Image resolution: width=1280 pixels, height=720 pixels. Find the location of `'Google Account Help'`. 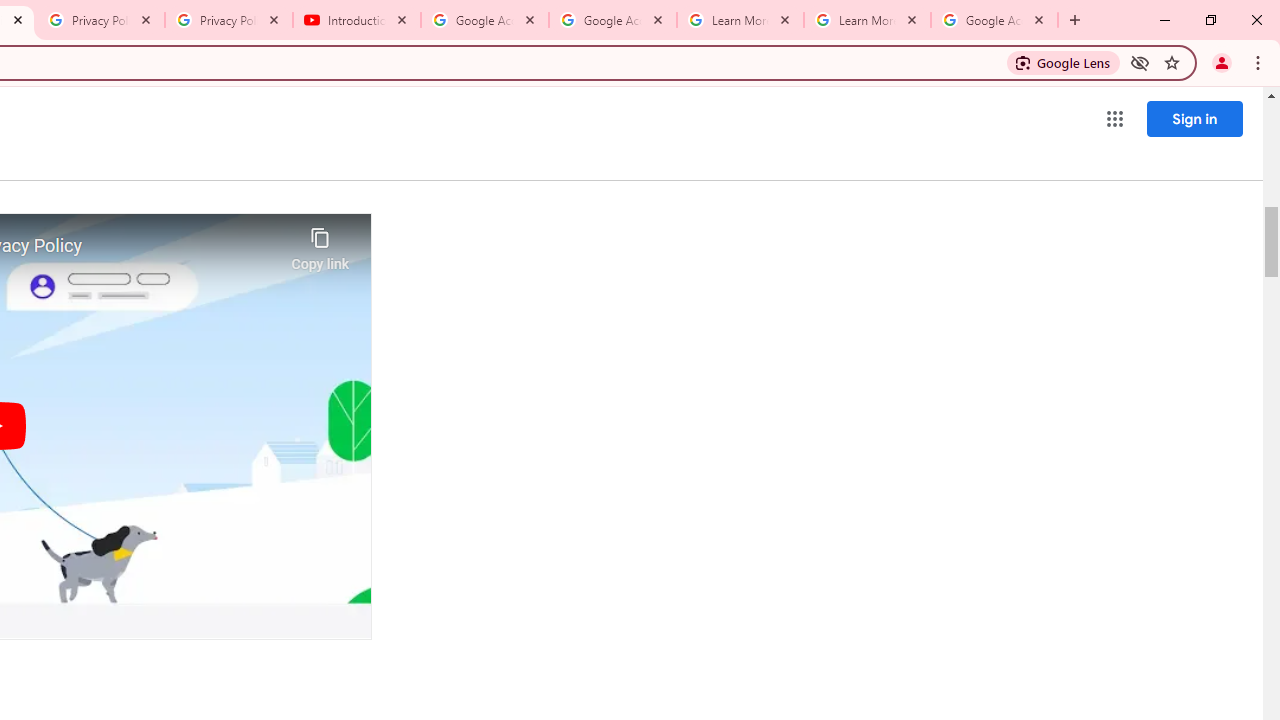

'Google Account Help' is located at coordinates (485, 20).